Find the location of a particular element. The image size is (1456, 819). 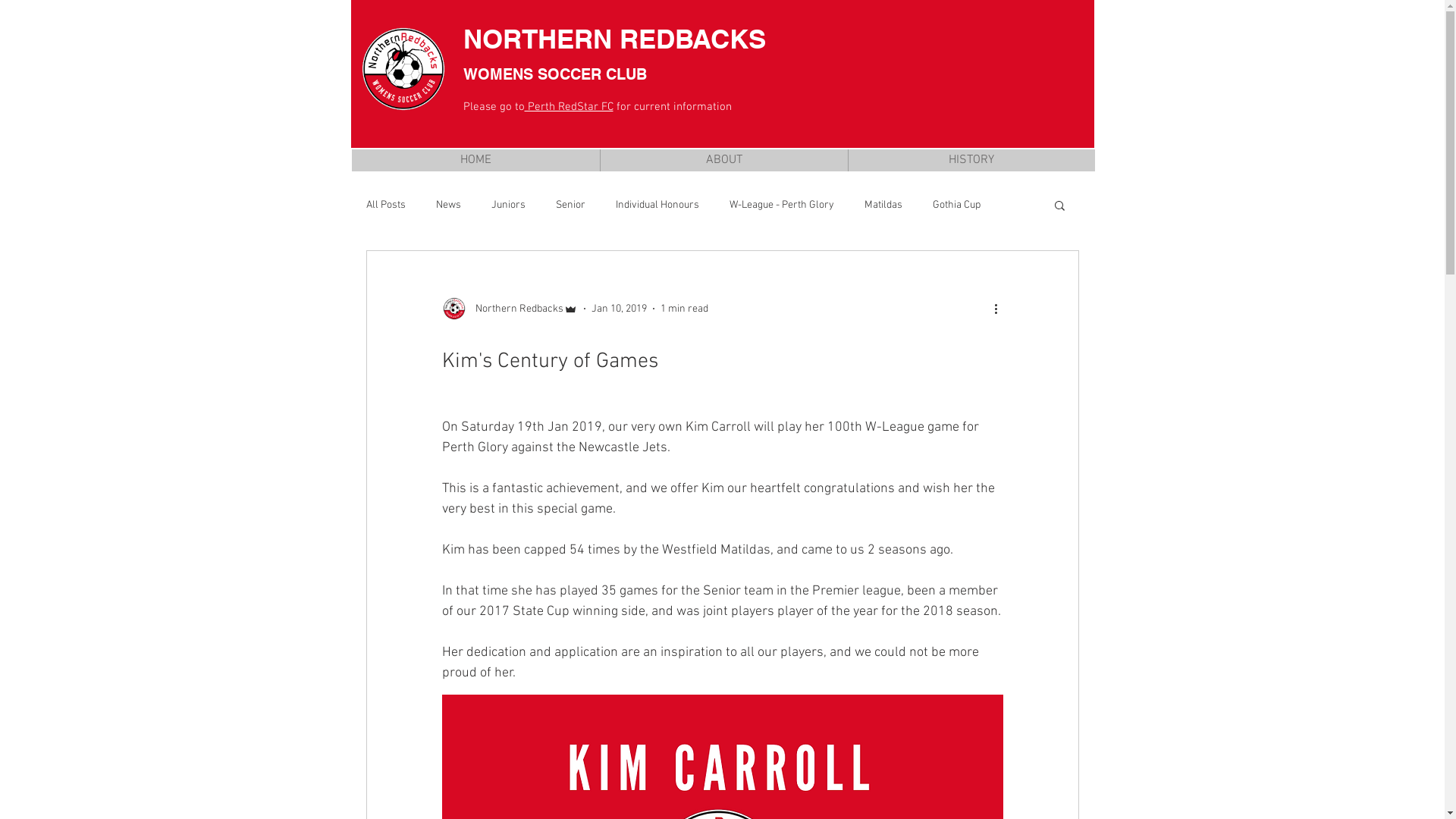

'Gothia Cup' is located at coordinates (931, 205).